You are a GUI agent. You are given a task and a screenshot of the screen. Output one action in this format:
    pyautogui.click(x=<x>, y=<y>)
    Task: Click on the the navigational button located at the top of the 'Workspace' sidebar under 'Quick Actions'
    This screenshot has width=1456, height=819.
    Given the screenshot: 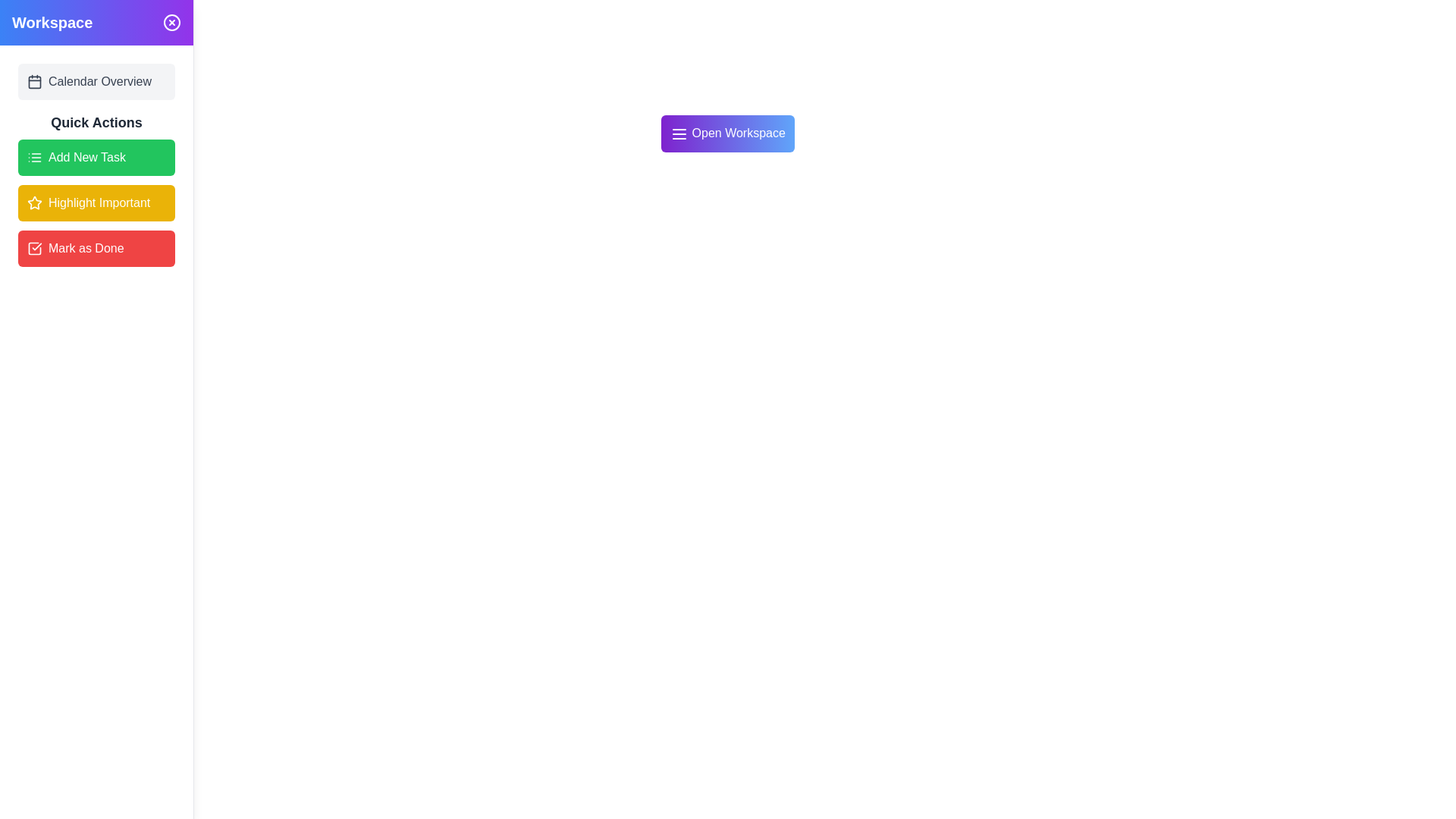 What is the action you would take?
    pyautogui.click(x=96, y=82)
    